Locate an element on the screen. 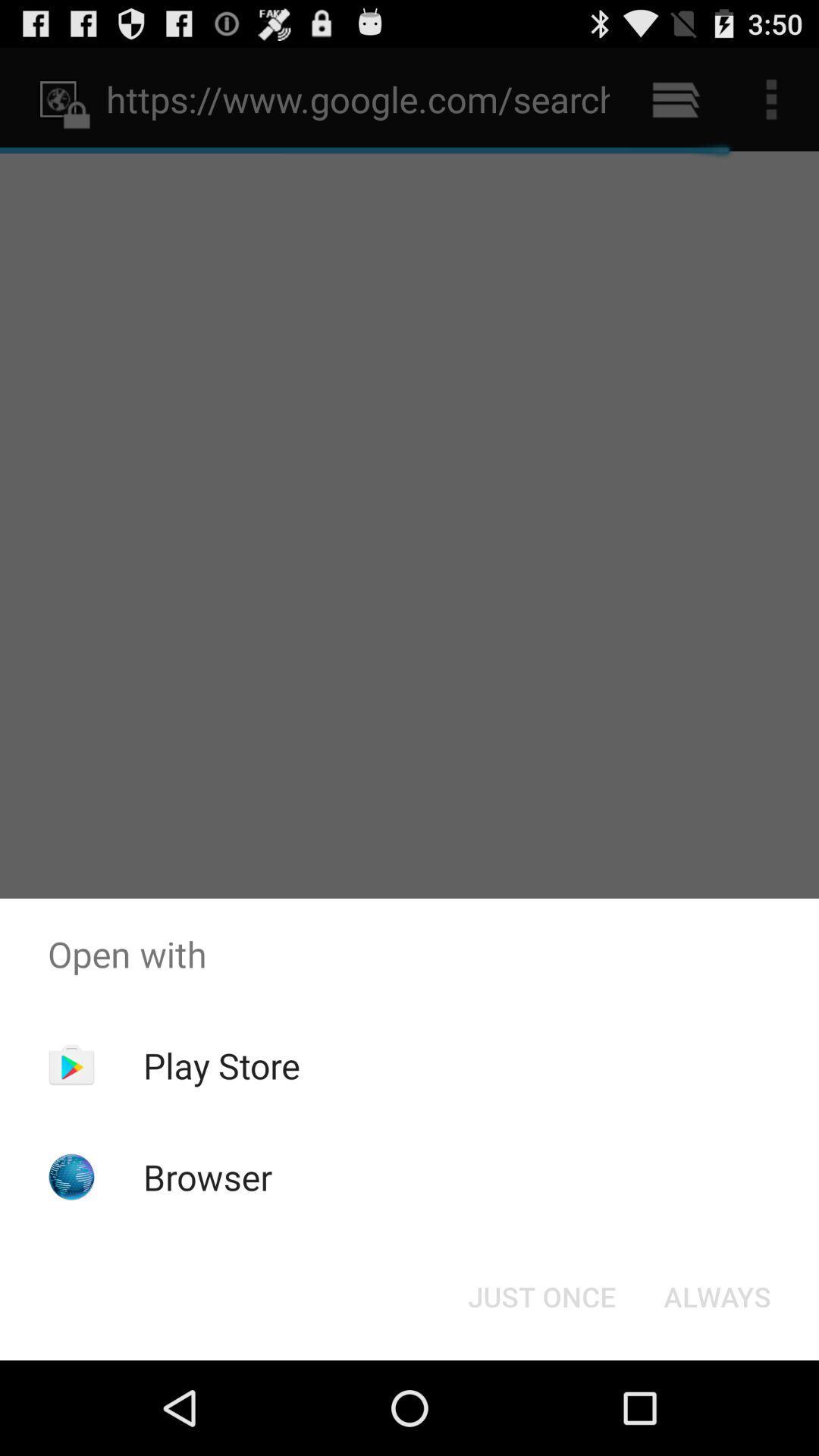  browser app is located at coordinates (208, 1176).